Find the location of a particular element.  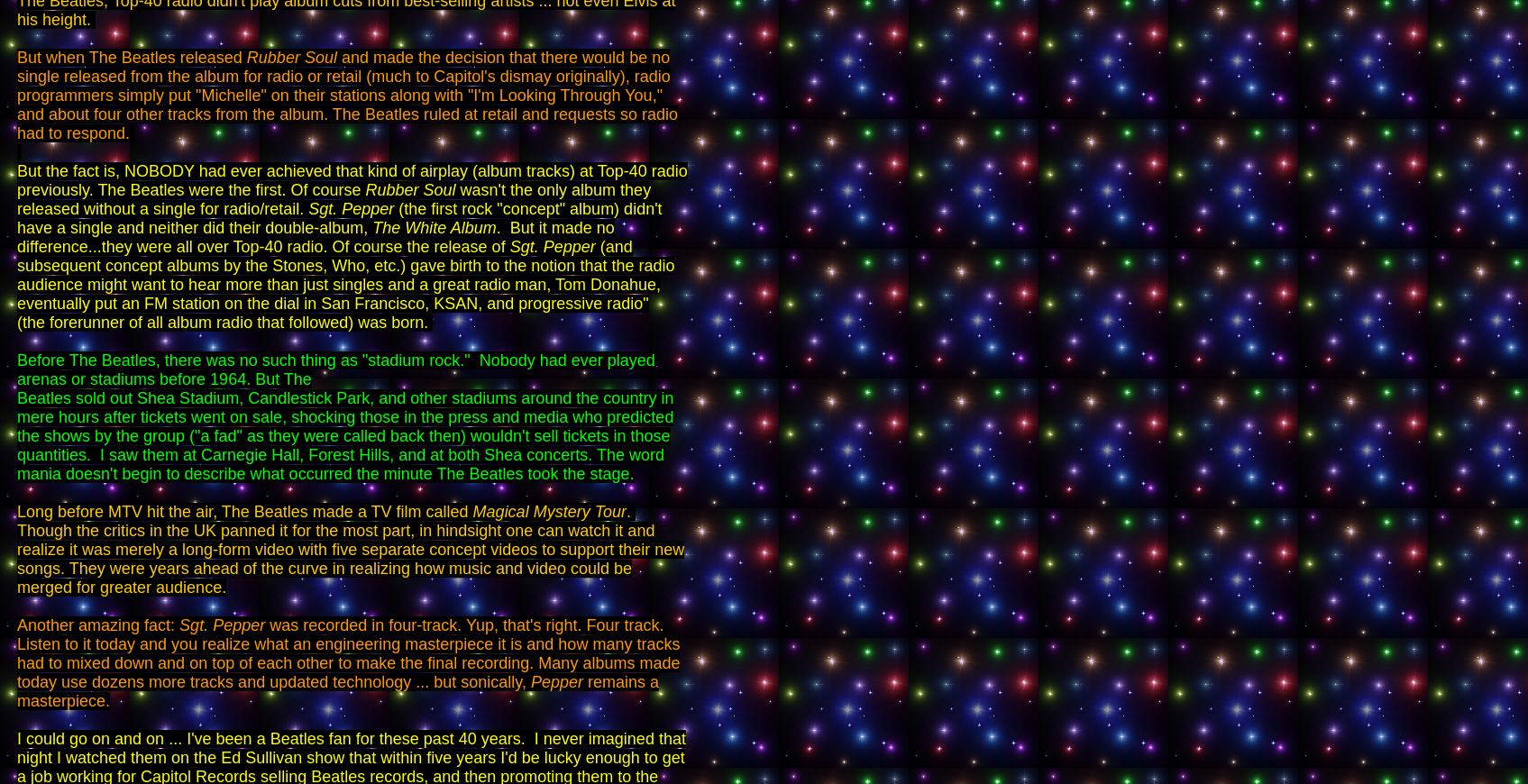

'Before The Beatles, there was no such thing as "stadium rock."  Nobody had ever
                           played arenas or stadiums before 1964. But The' is located at coordinates (334, 369).